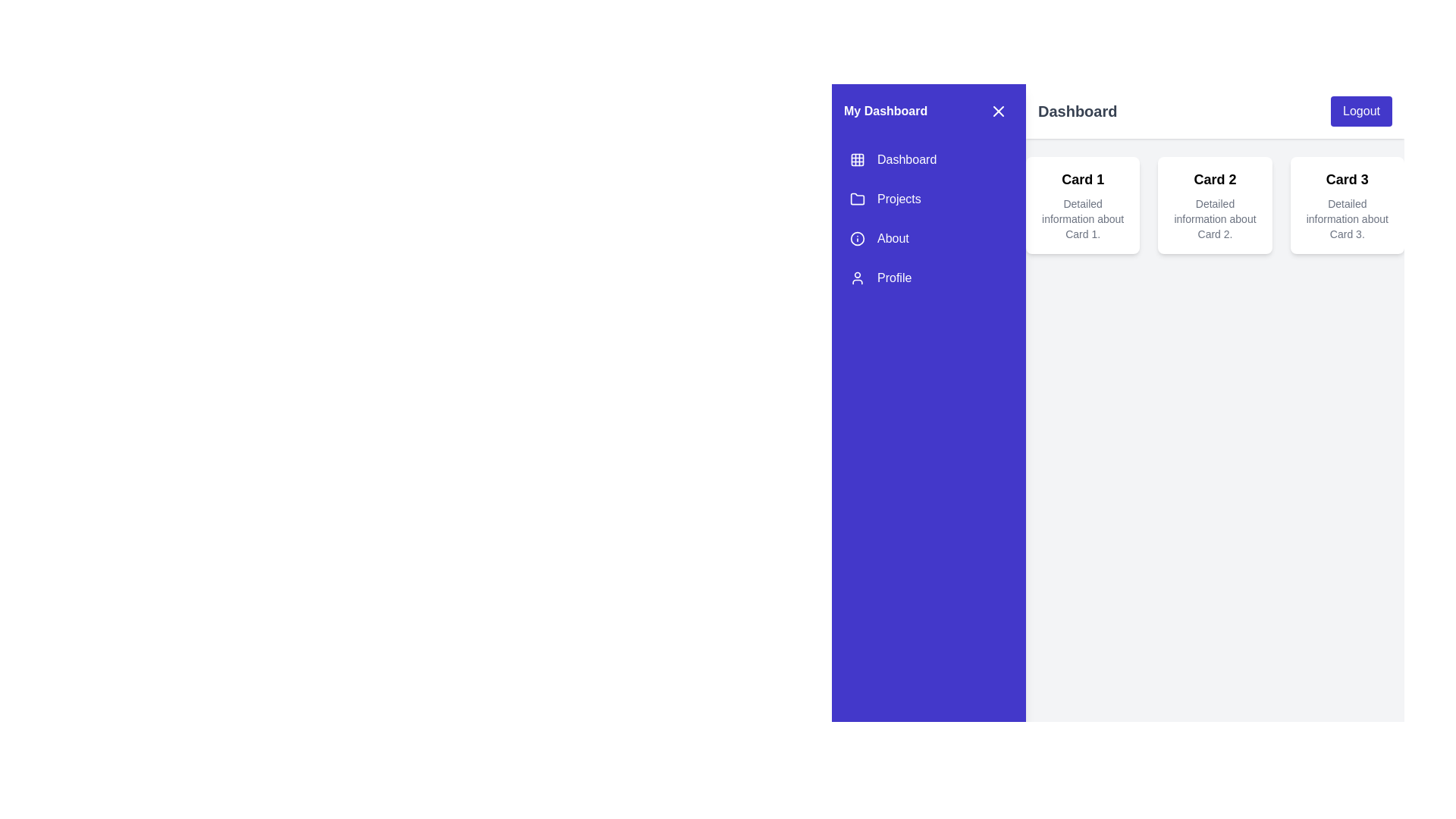 Image resolution: width=1456 pixels, height=819 pixels. I want to click on the user silhouette icon located to the left of the 'Profile' text in the vertical navigation menu, so click(858, 278).